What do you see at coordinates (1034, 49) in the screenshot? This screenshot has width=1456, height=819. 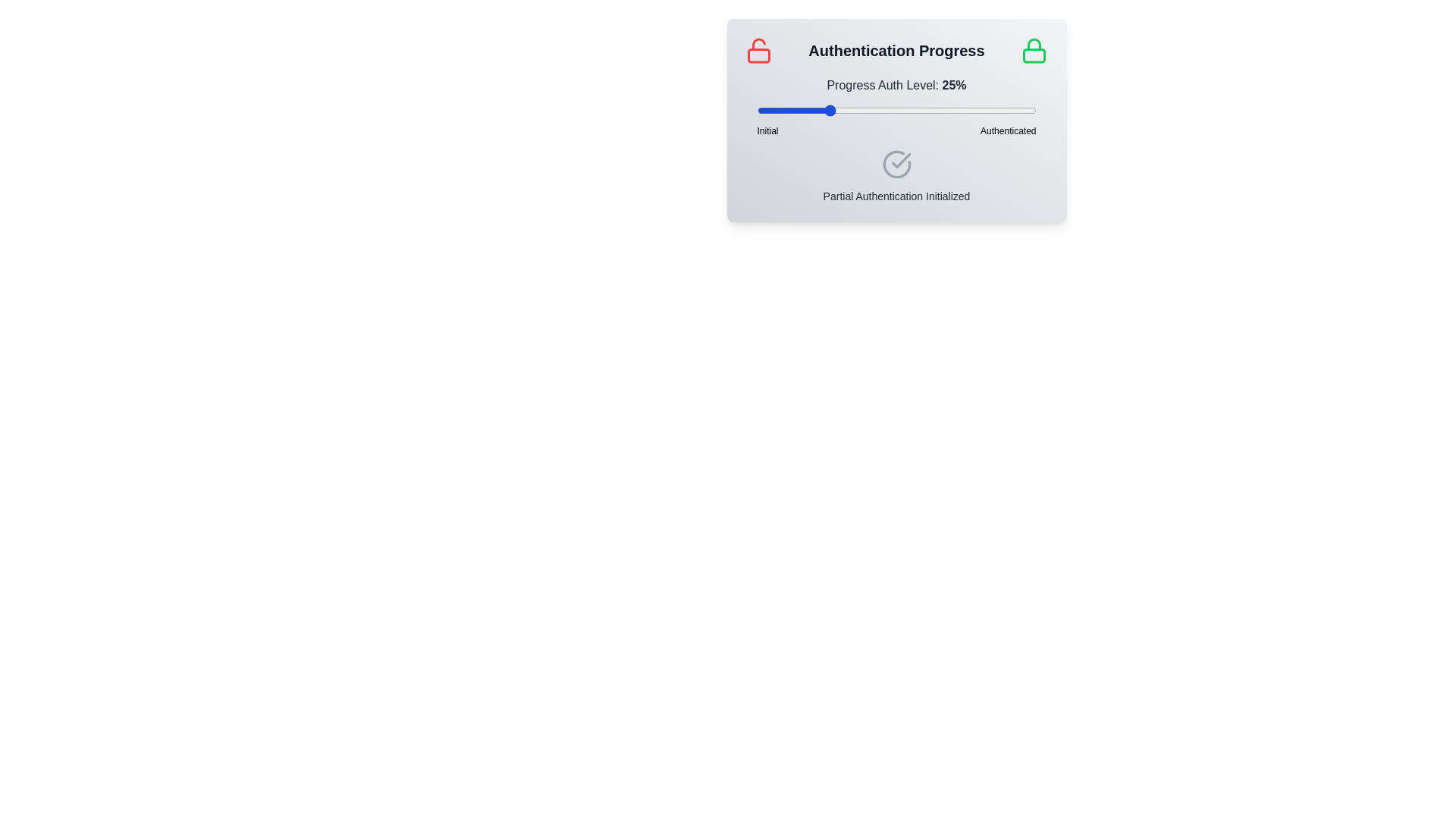 I see `the lock icon in the header of the component` at bounding box center [1034, 49].